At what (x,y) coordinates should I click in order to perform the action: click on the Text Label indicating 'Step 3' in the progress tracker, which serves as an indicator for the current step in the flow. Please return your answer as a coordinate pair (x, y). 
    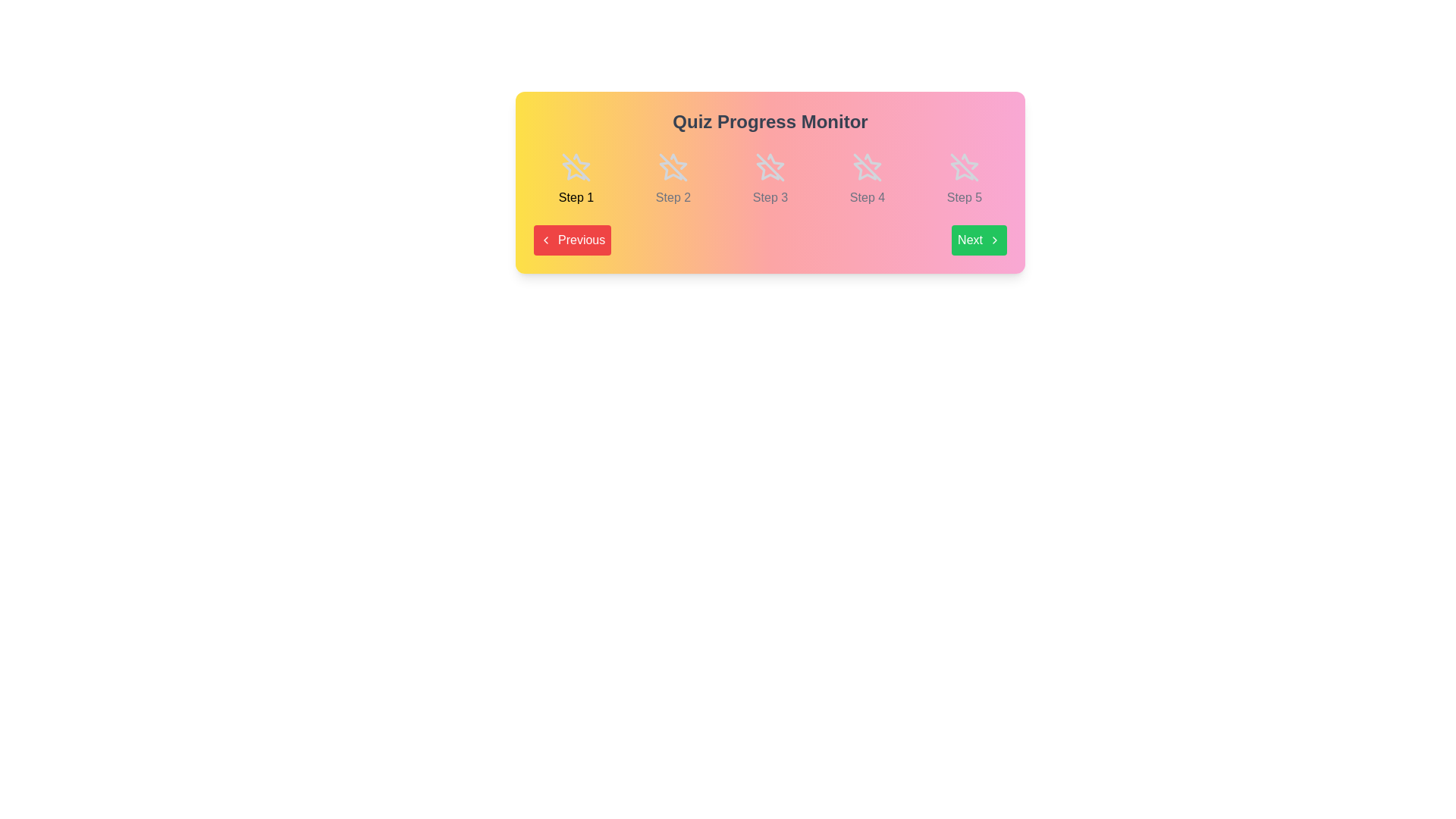
    Looking at the image, I should click on (770, 197).